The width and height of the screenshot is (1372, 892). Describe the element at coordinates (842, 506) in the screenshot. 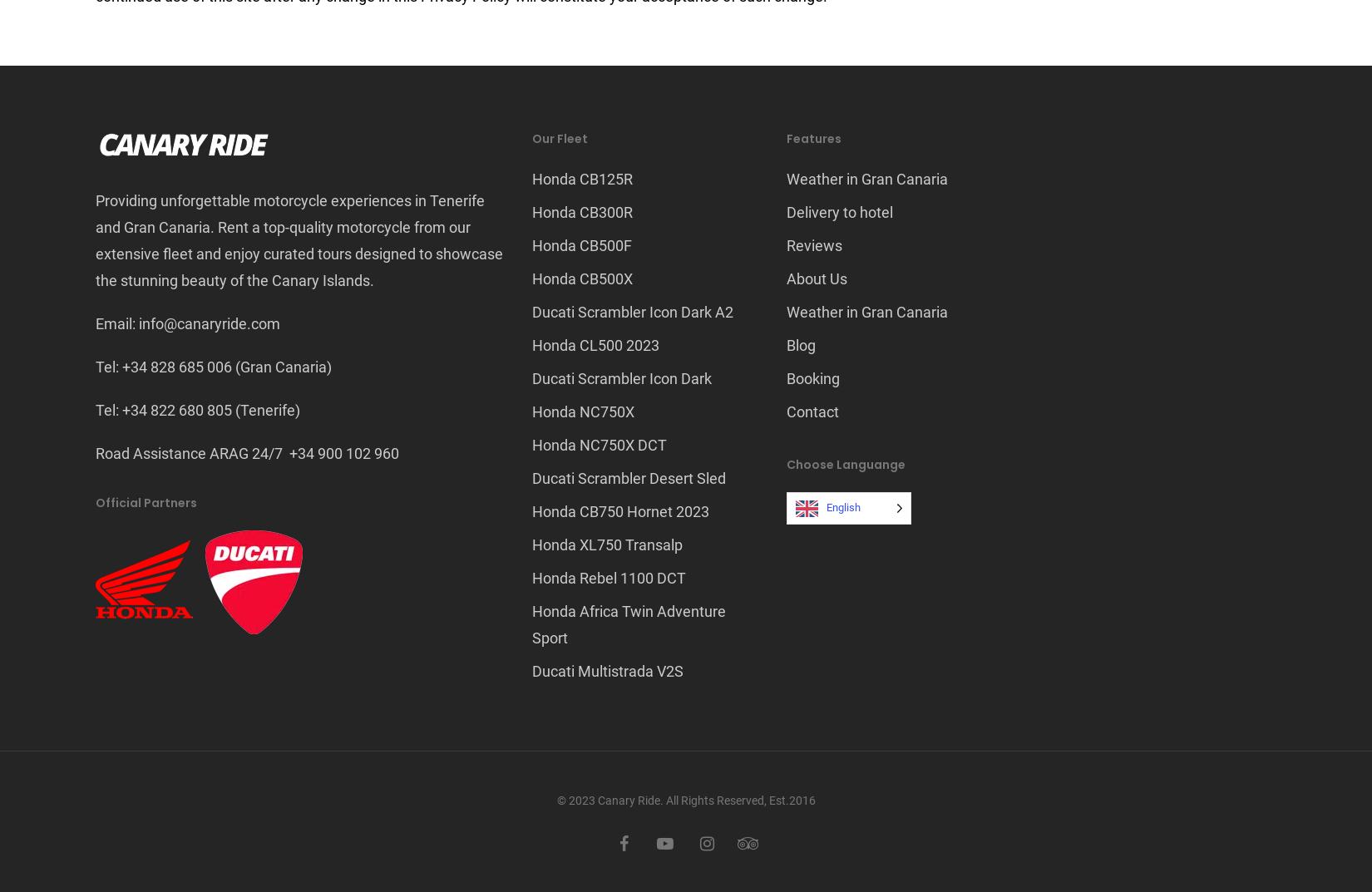

I see `'English'` at that location.